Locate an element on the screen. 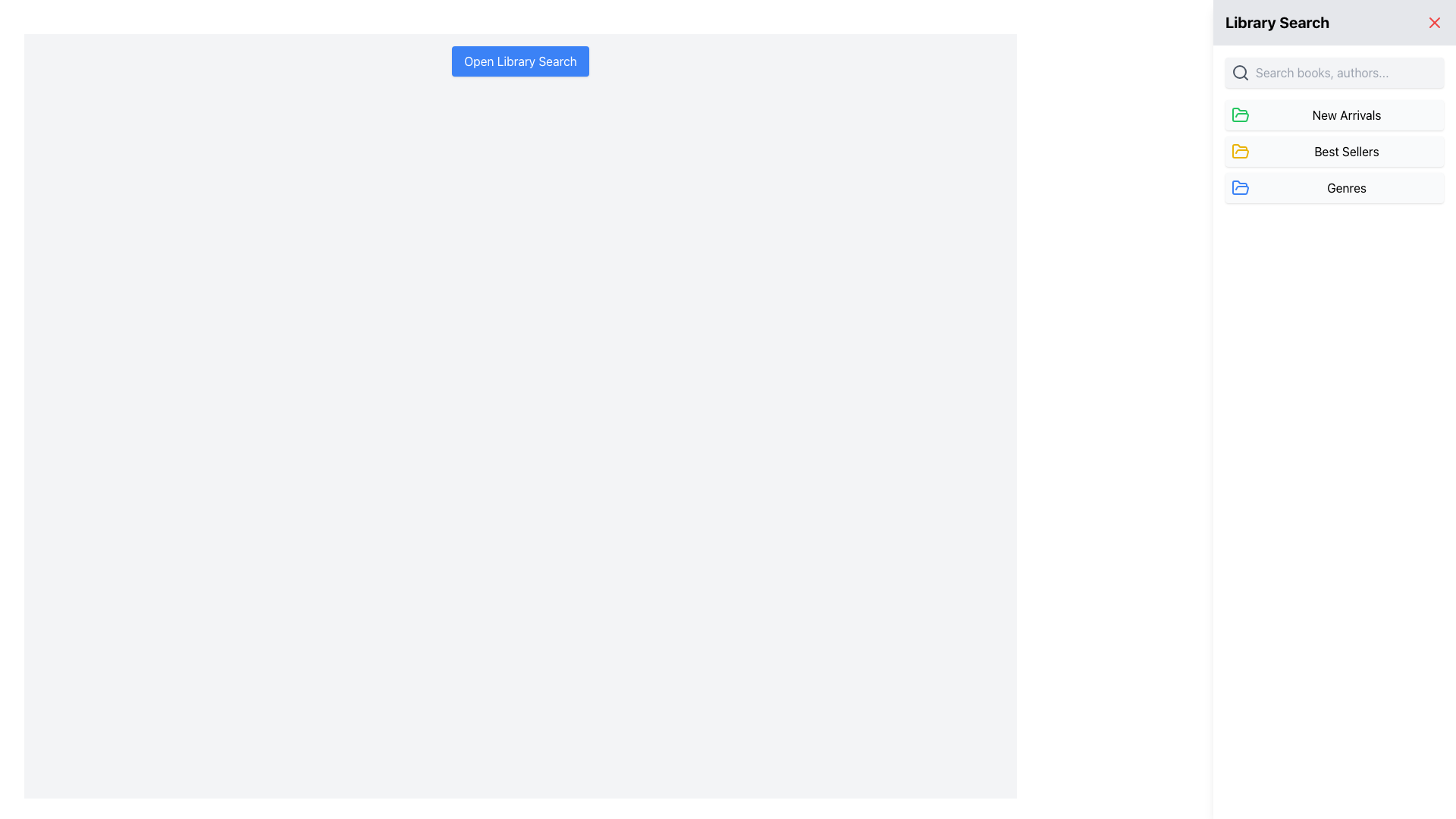 This screenshot has height=819, width=1456. the green folder icon labeled 'New Arrivals' is located at coordinates (1241, 114).